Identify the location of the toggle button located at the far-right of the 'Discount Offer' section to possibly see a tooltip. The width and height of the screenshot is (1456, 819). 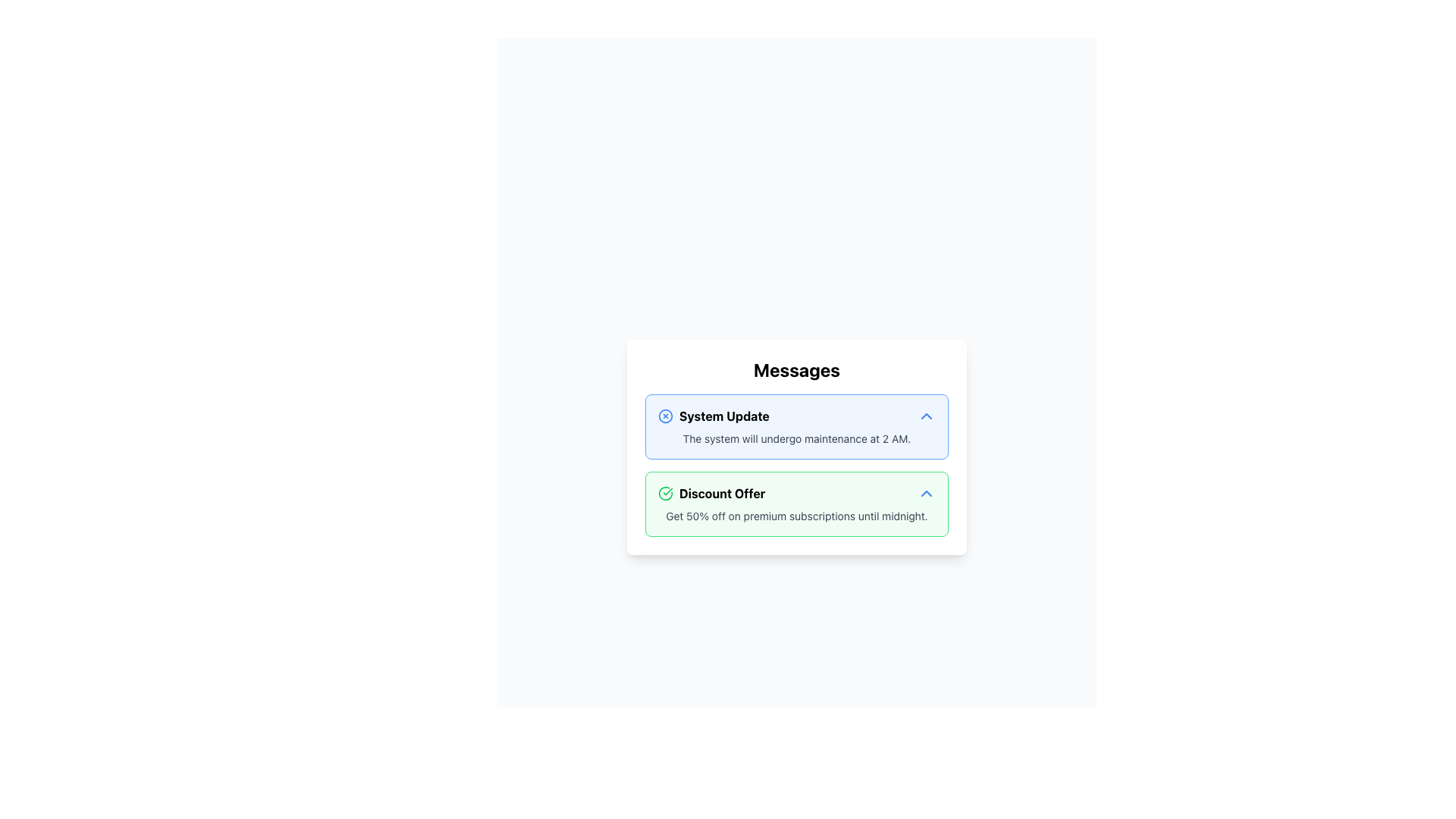
(926, 494).